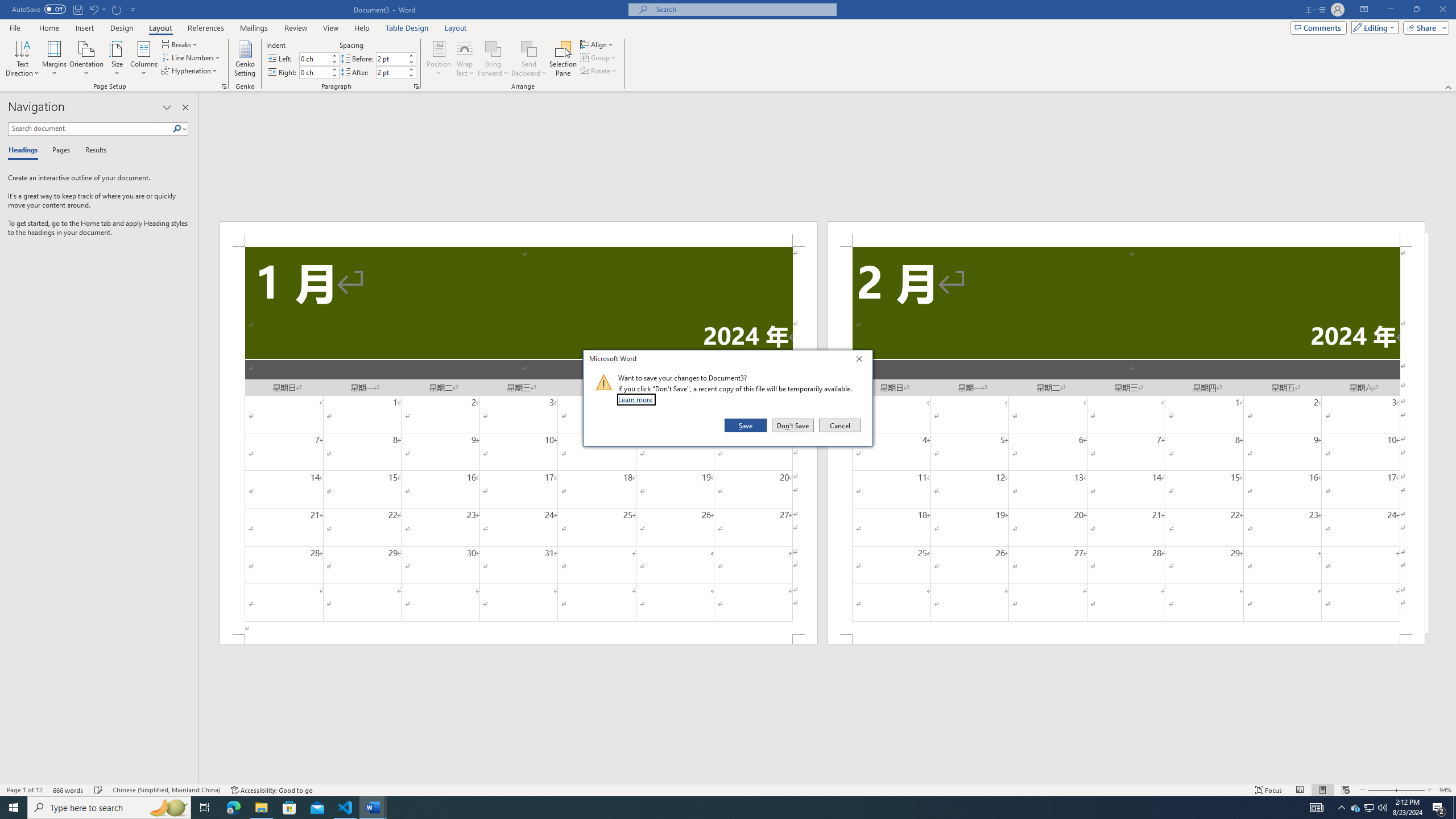  What do you see at coordinates (492, 59) in the screenshot?
I see `'Bring Forward'` at bounding box center [492, 59].